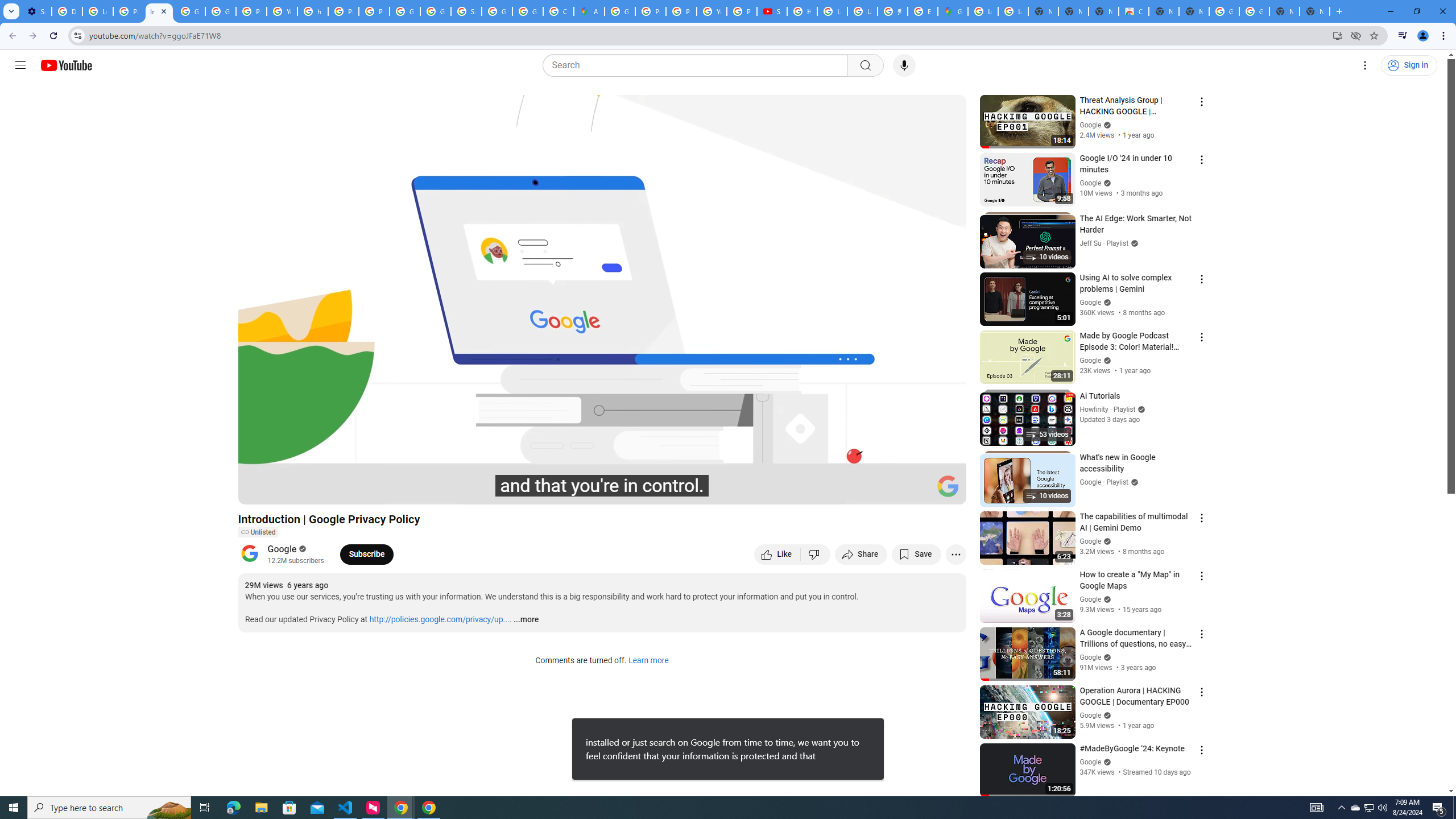  What do you see at coordinates (1314, 11) in the screenshot?
I see `'New Tab'` at bounding box center [1314, 11].